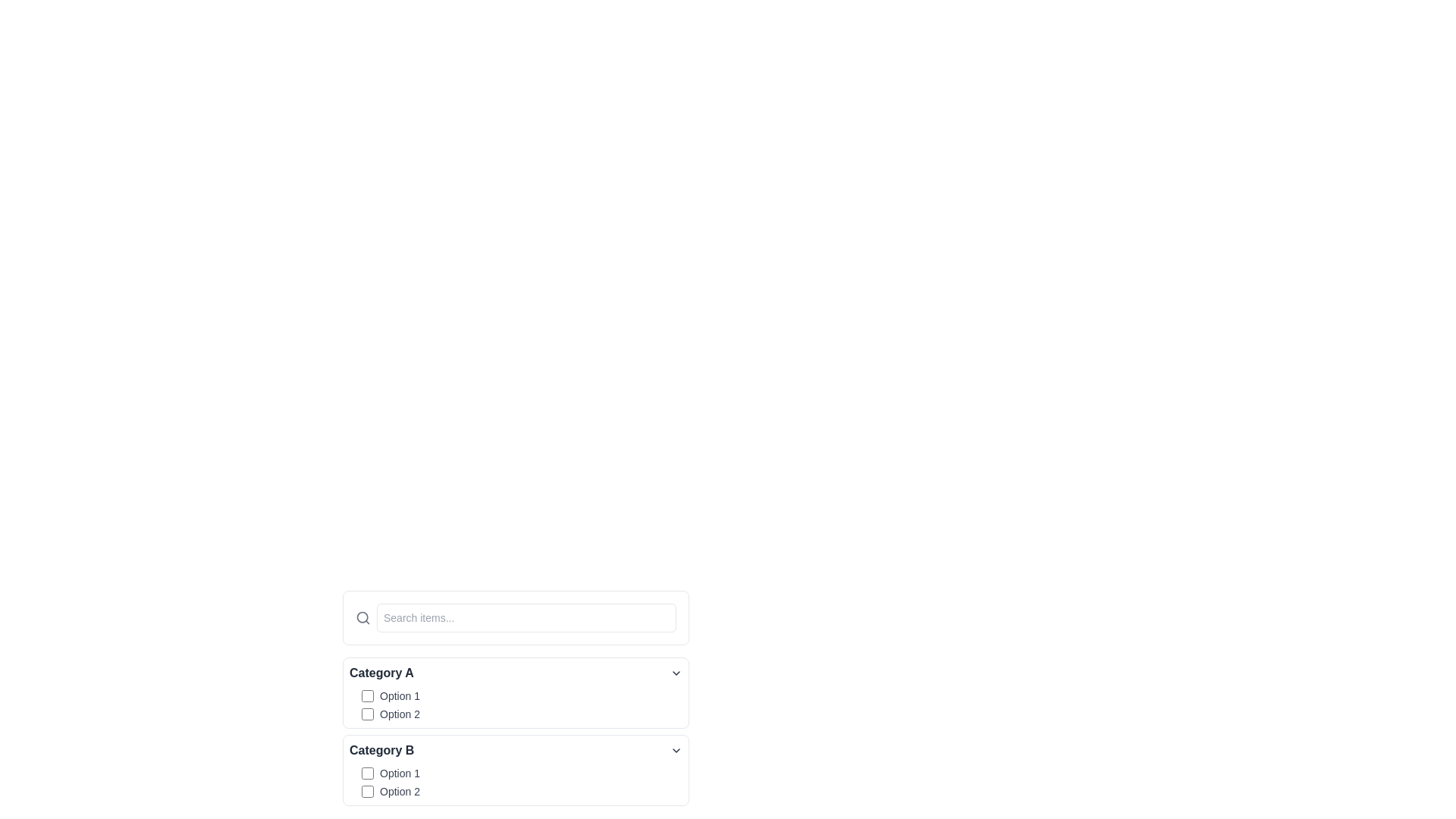 The image size is (1456, 819). I want to click on the downward pointing chevron icon at the right end of the 'Category B' header, so click(676, 751).